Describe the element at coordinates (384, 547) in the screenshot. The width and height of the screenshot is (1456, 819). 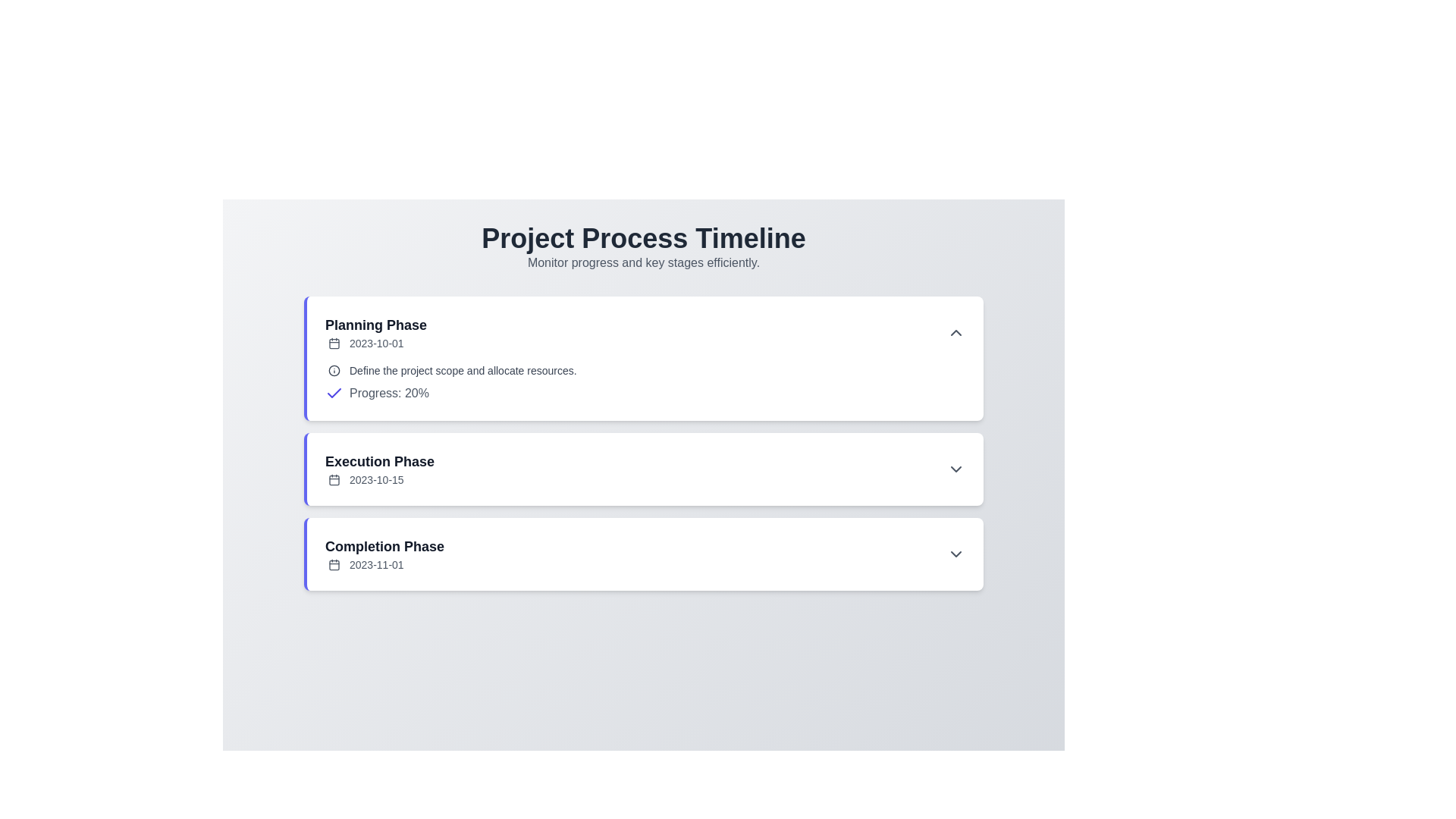
I see `the Text Label that serves as the header for the project phase, located above the date '2023-11-01' and to the right of the calendar icon` at that location.